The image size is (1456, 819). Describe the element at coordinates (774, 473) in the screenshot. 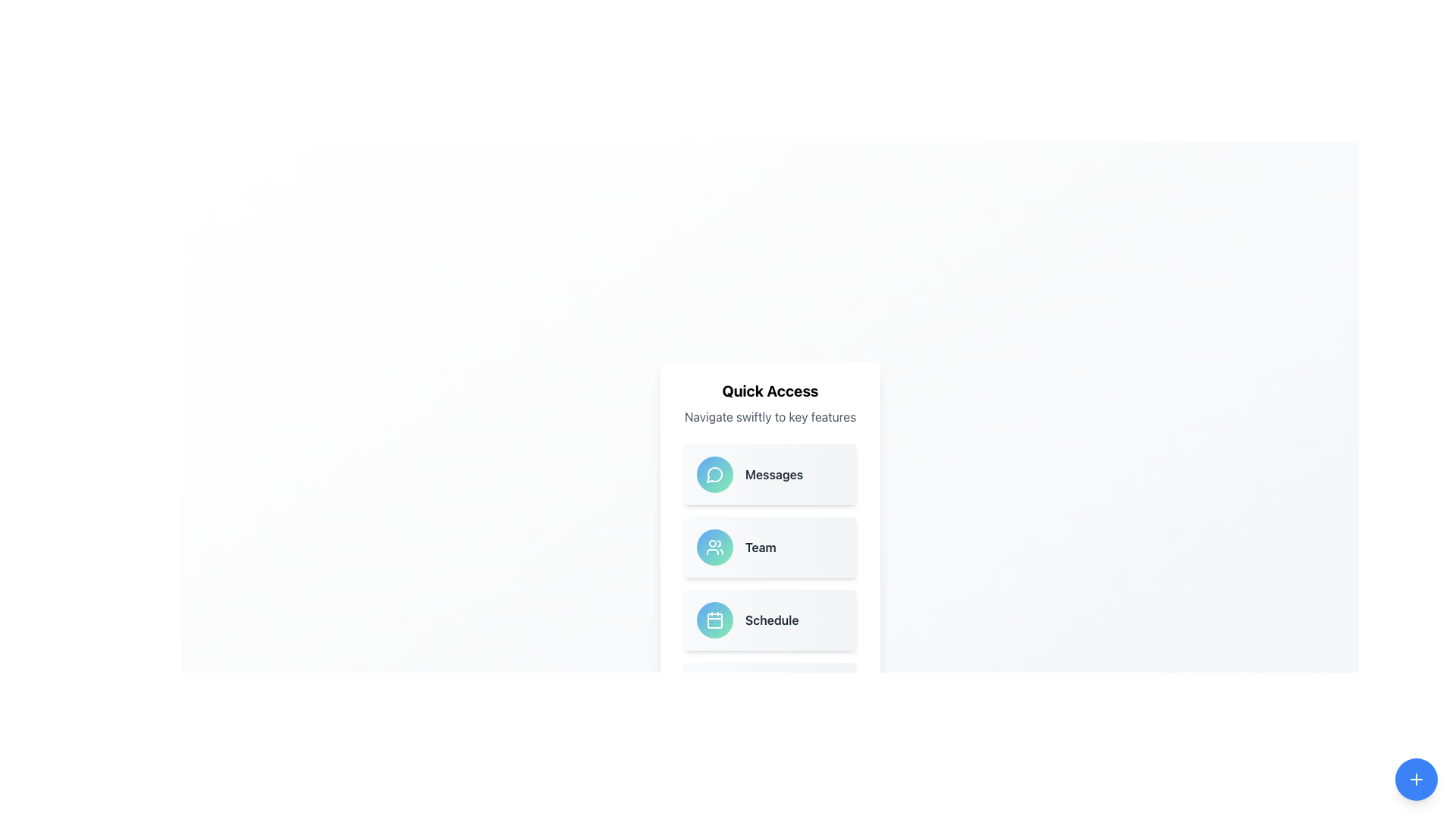

I see `the 'Messages' text label, which is displayed in bold dark gray font within a rectangular card in the 'Quick Access' section, located to the right of a circular gradient icon` at that location.